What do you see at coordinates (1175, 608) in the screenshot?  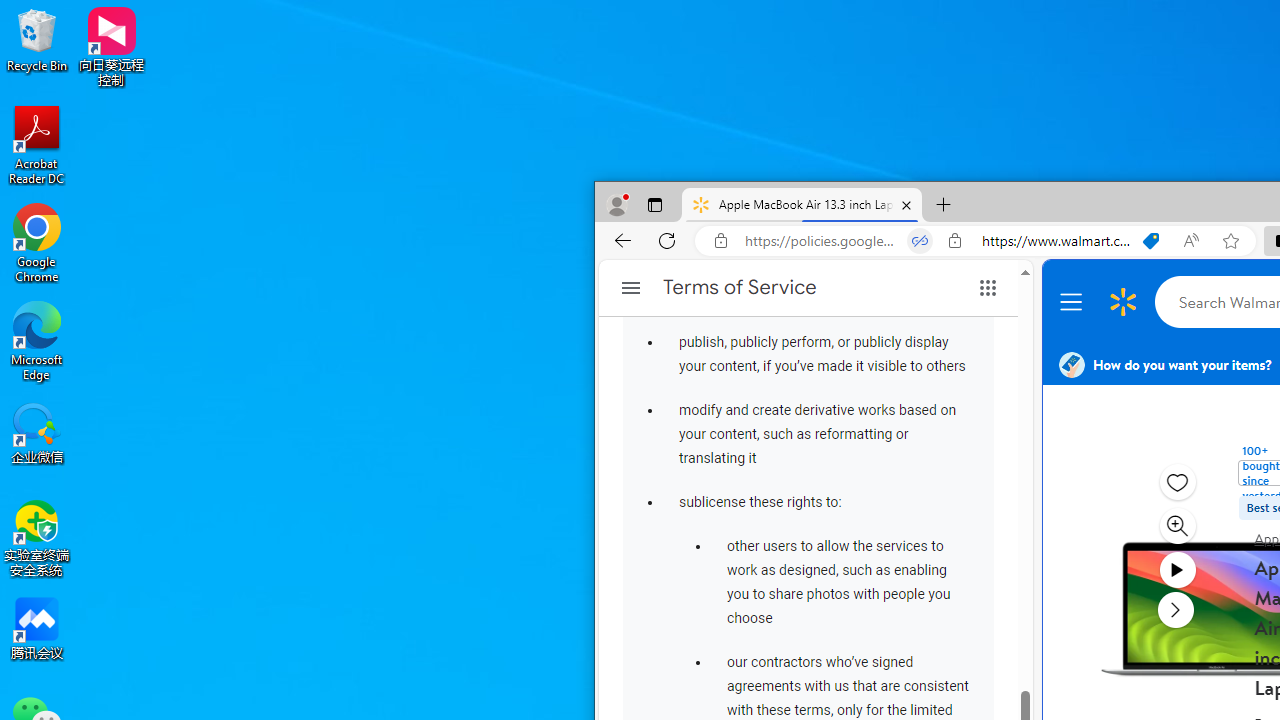 I see `'next media item'` at bounding box center [1175, 608].